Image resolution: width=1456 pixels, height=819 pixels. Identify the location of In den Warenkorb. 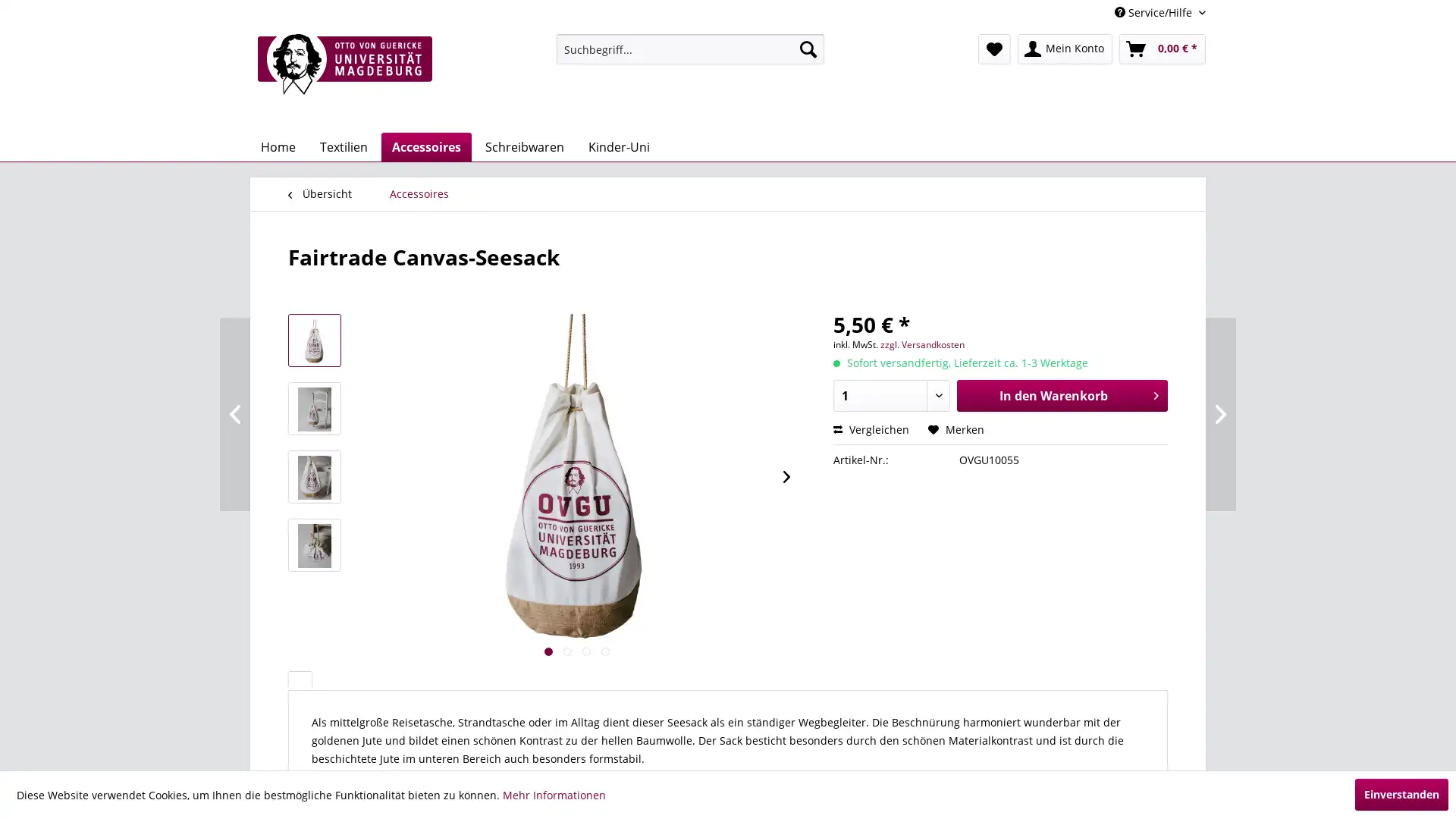
(1061, 394).